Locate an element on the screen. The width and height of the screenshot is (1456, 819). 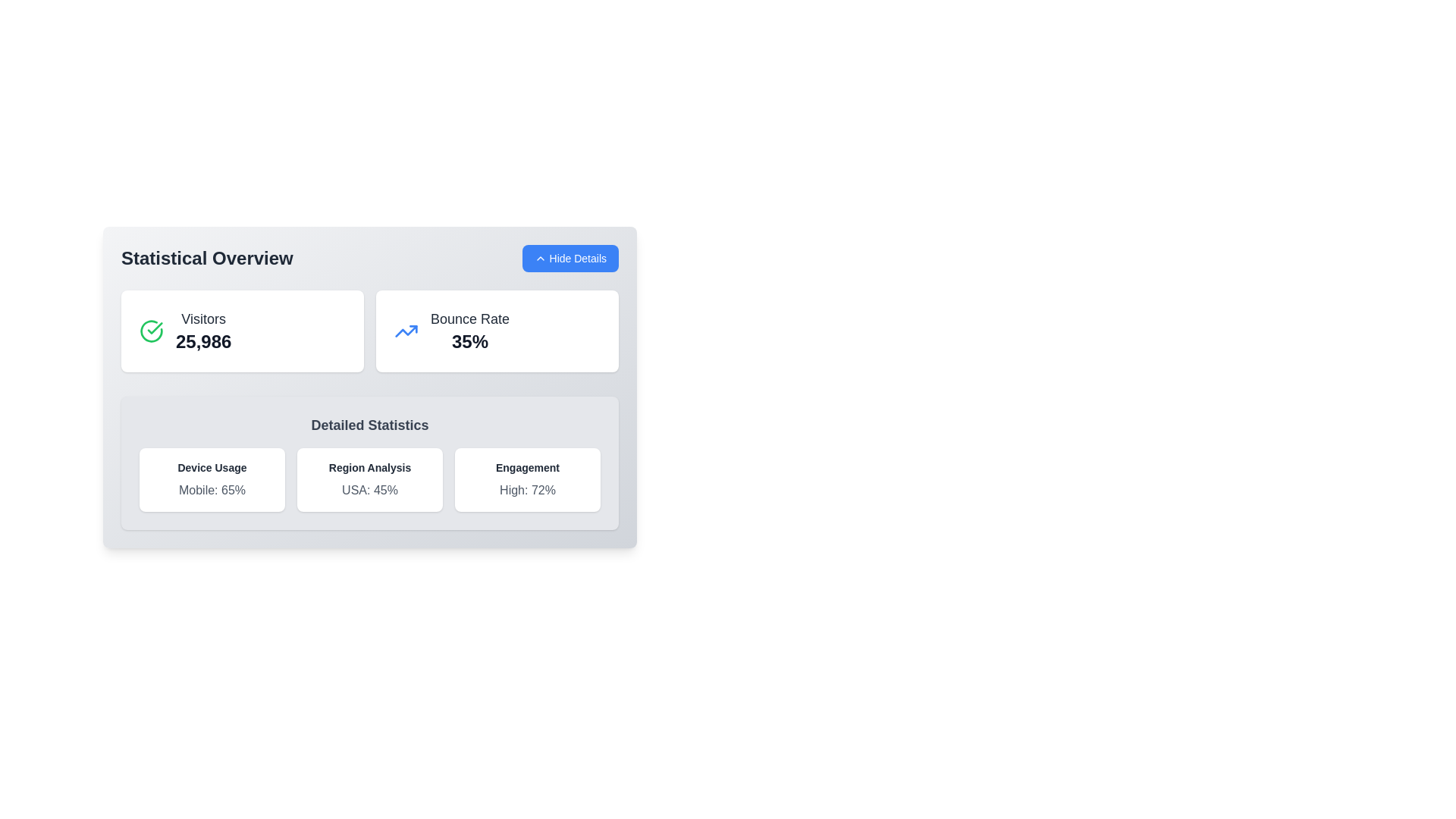
the descriptive Text label indicating the context of the numerical value representing the percentage in the statistics overview card layout is located at coordinates (469, 318).